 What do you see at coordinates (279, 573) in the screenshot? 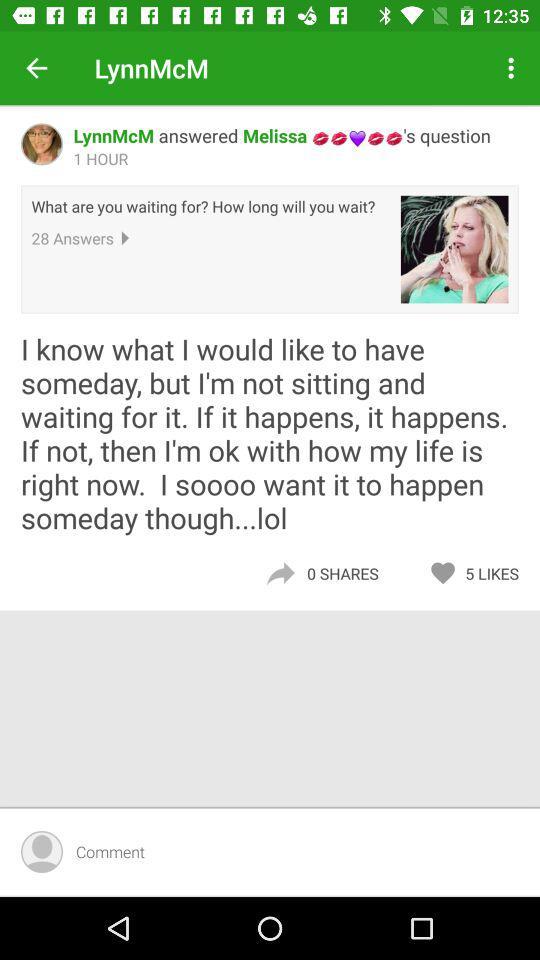
I see `forward the message` at bounding box center [279, 573].